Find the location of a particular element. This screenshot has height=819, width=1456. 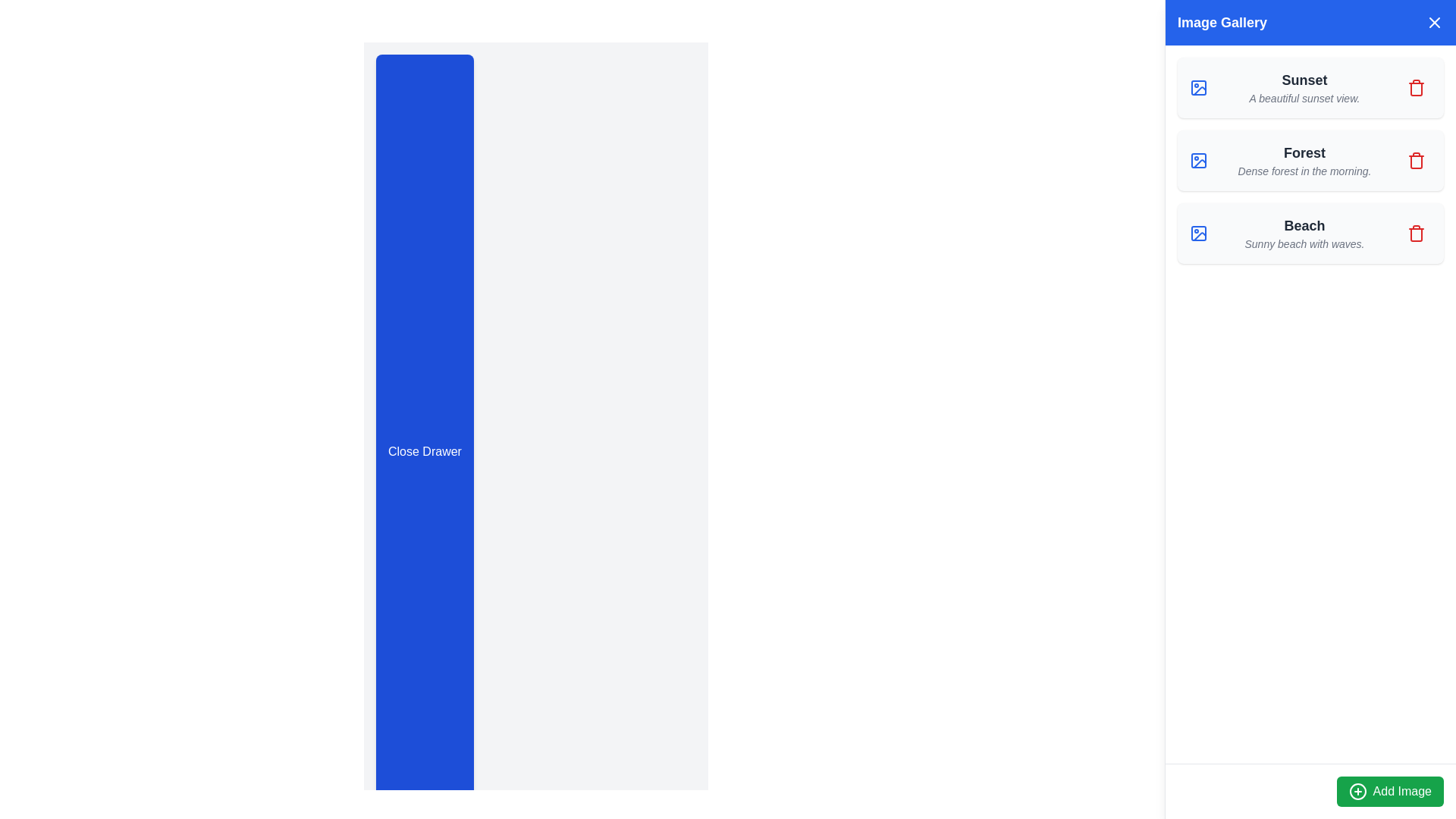

the Text label that provides additional context for the image labeled 'Beach', which is positioned below the 'Beach' element in the 'Image Gallery' sidebar is located at coordinates (1304, 243).